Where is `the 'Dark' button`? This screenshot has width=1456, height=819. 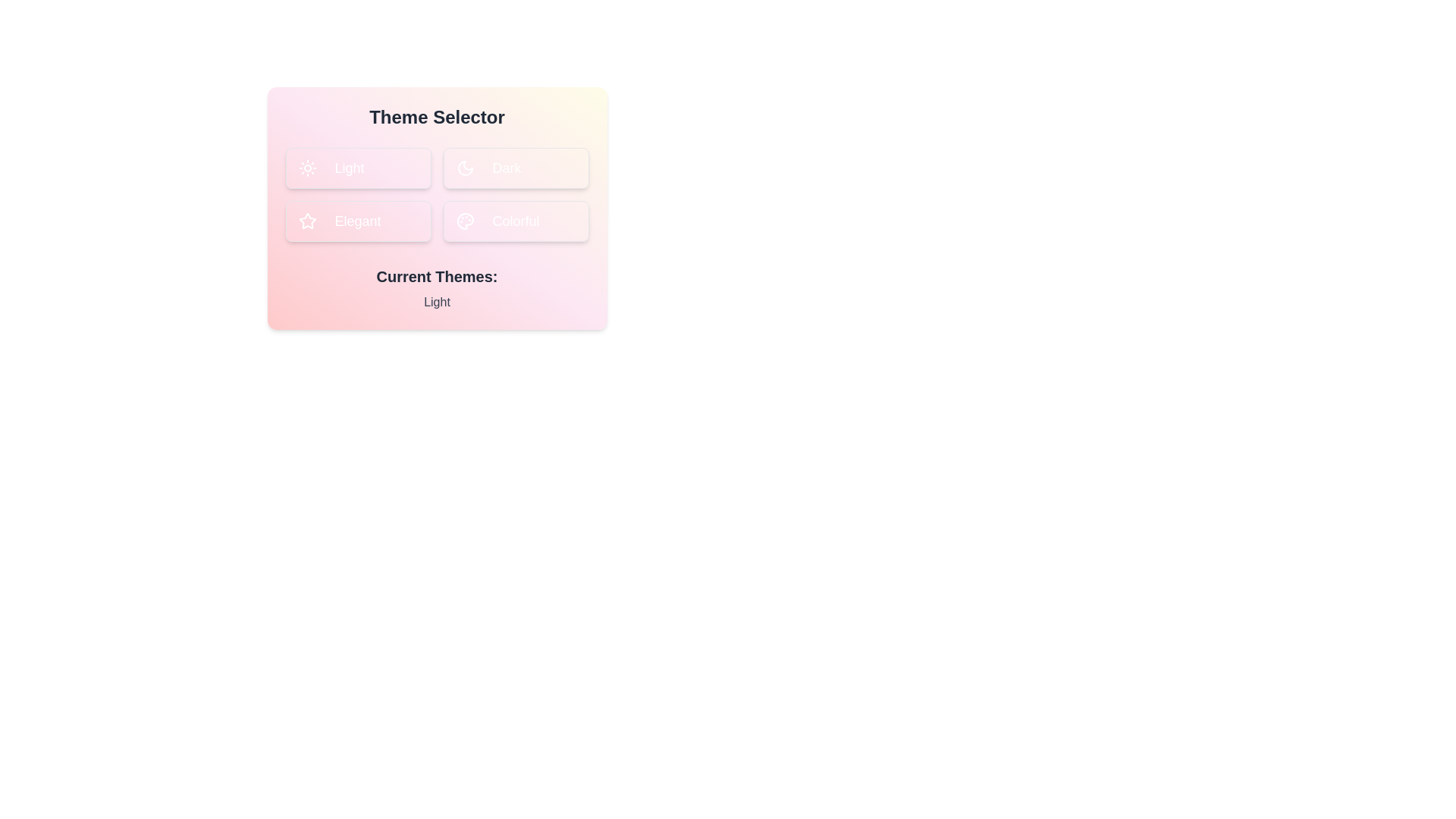 the 'Dark' button is located at coordinates (464, 168).